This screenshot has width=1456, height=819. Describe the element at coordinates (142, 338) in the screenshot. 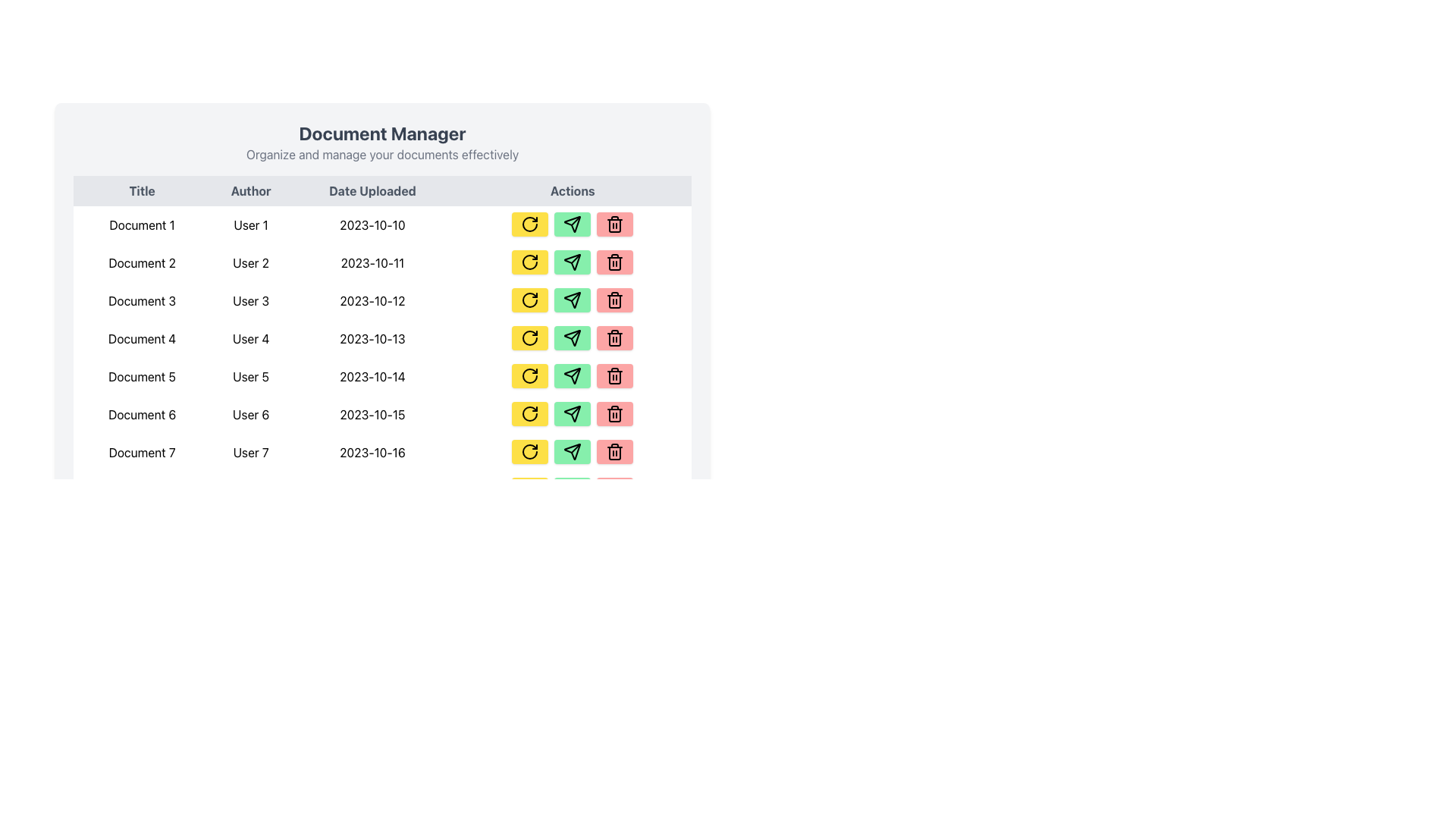

I see `the textual component displaying 'Document 4', located in the first column under the 'Title' header in the fourth row of a table` at that location.